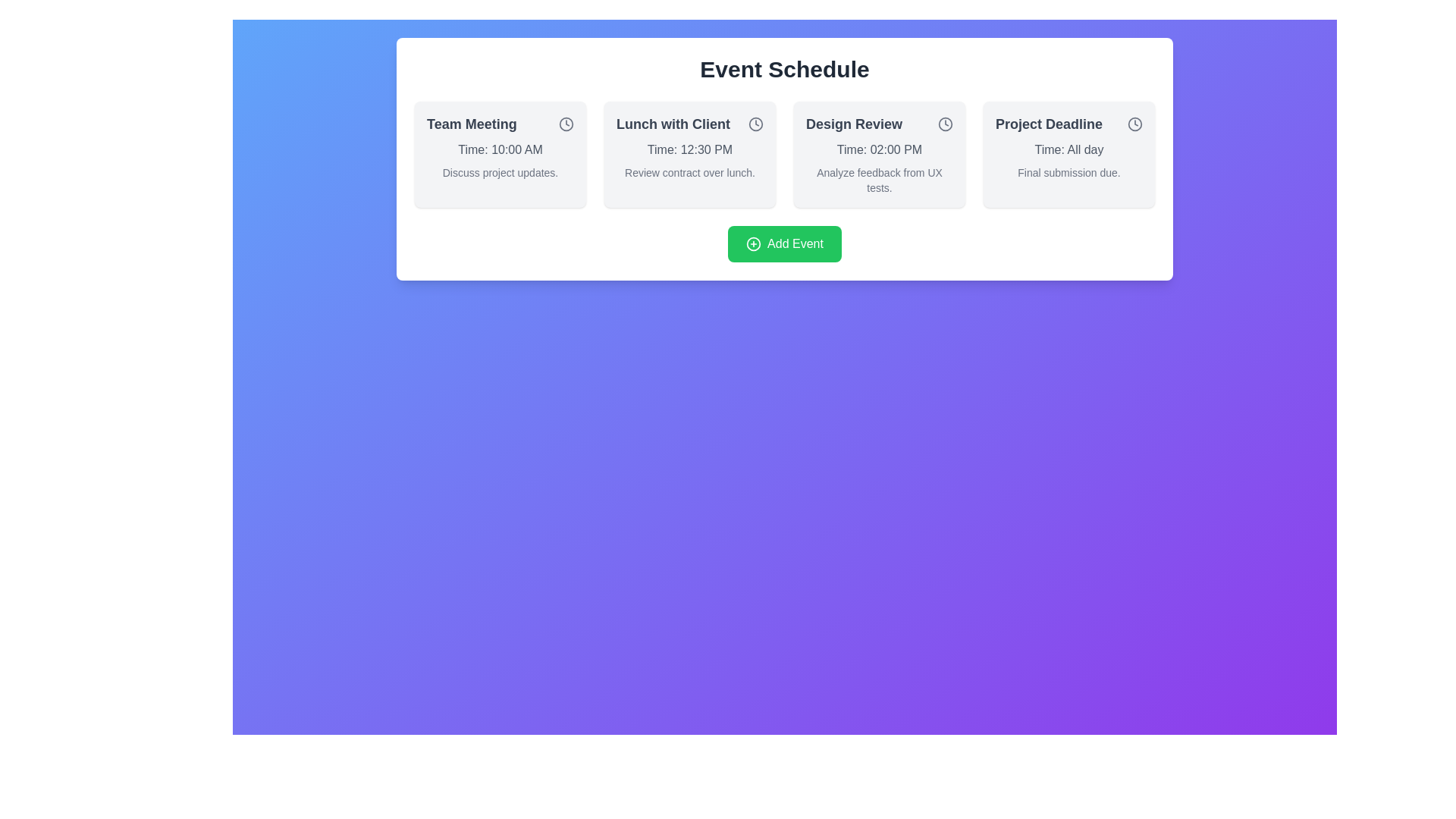  What do you see at coordinates (1068, 171) in the screenshot?
I see `the text label that displays 'Final submission due.' located at the bottom of the 'Project Deadline' card, which is aligned to the left and in a smaller gray font` at bounding box center [1068, 171].